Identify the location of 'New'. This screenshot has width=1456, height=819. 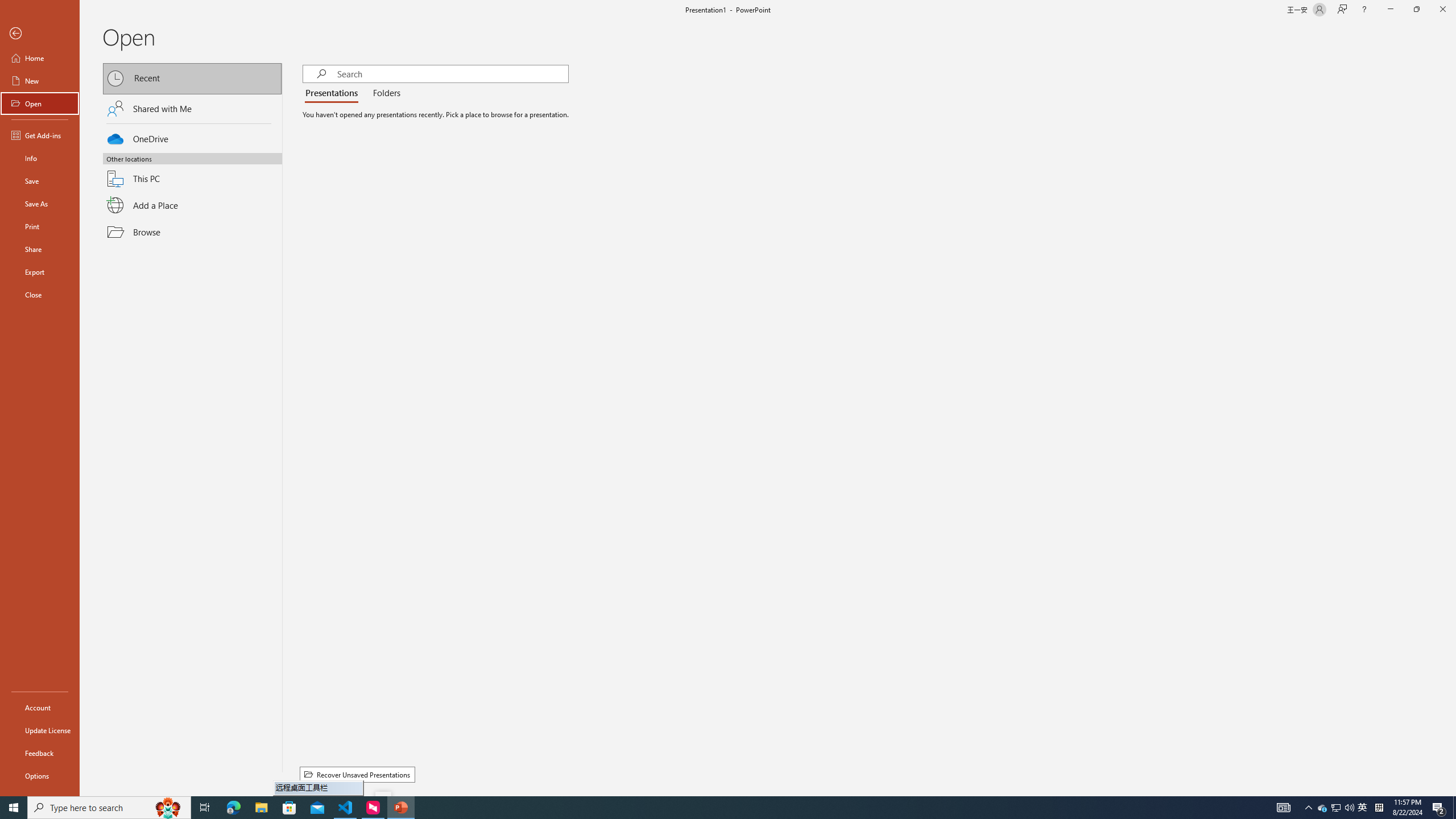
(39, 80).